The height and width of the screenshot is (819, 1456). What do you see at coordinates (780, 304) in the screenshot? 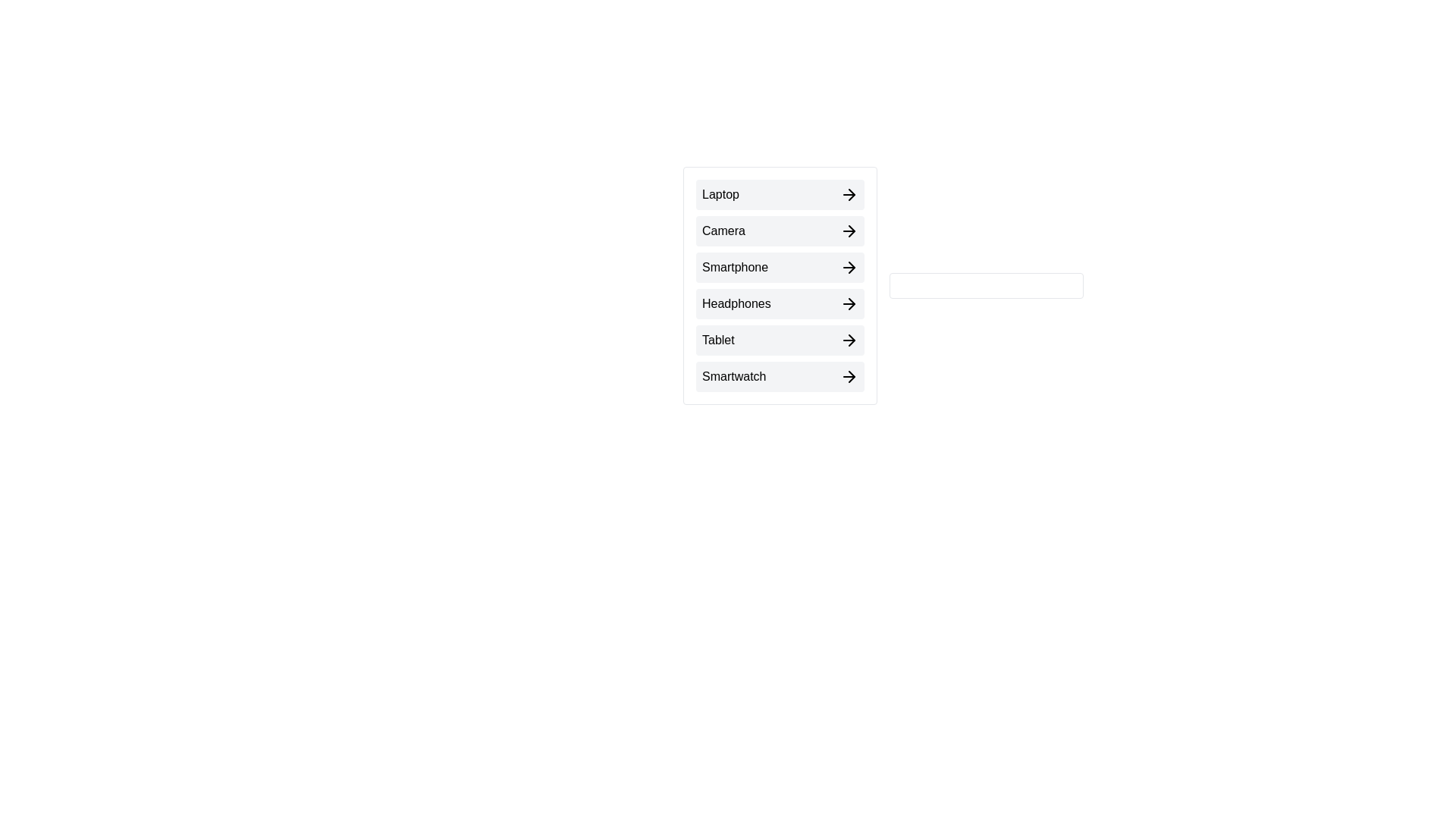
I see `the arrow button next to Headphones to move it to the right list` at bounding box center [780, 304].